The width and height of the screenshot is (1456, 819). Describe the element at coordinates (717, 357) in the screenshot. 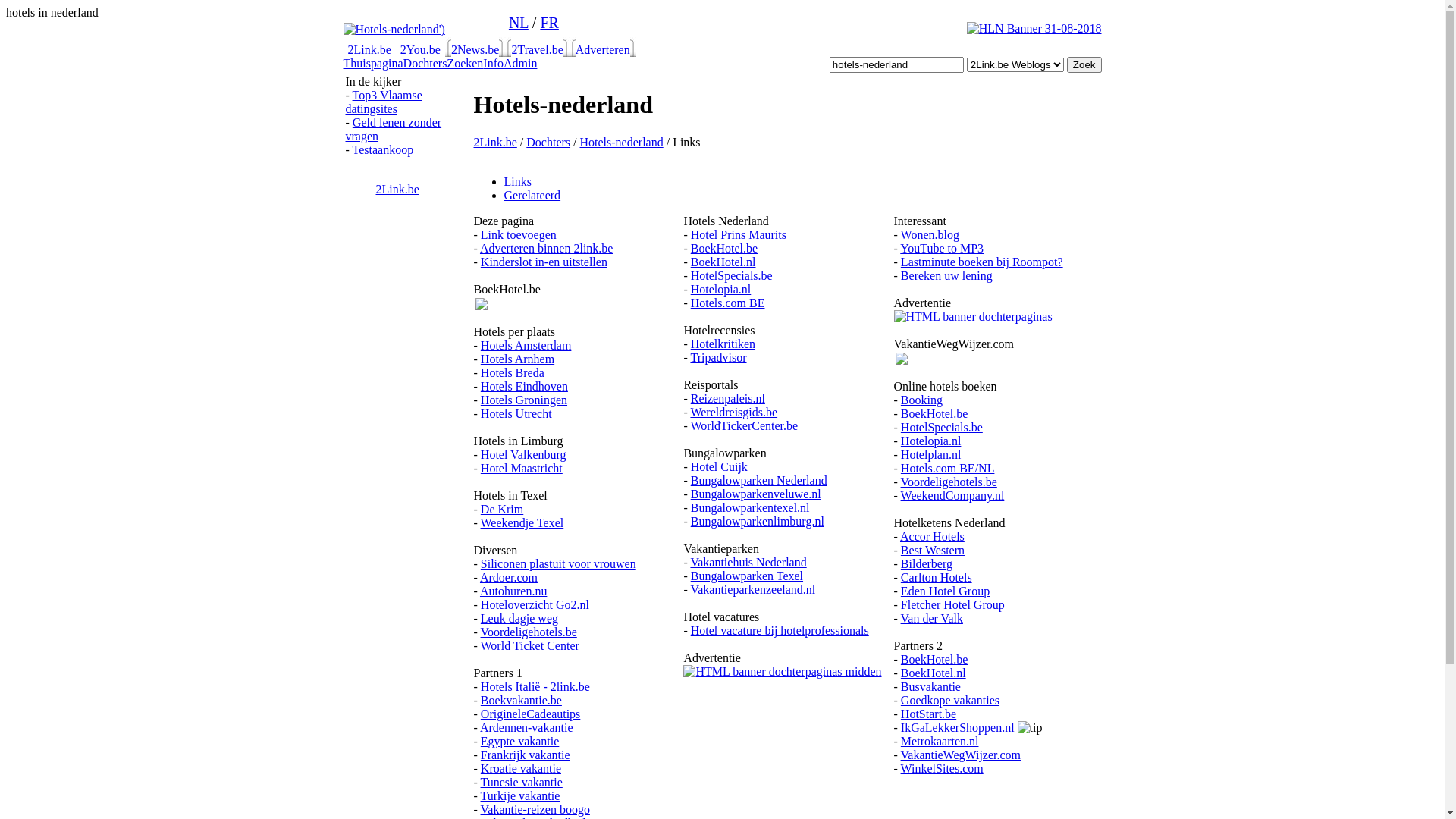

I see `'Tripadvisor'` at that location.